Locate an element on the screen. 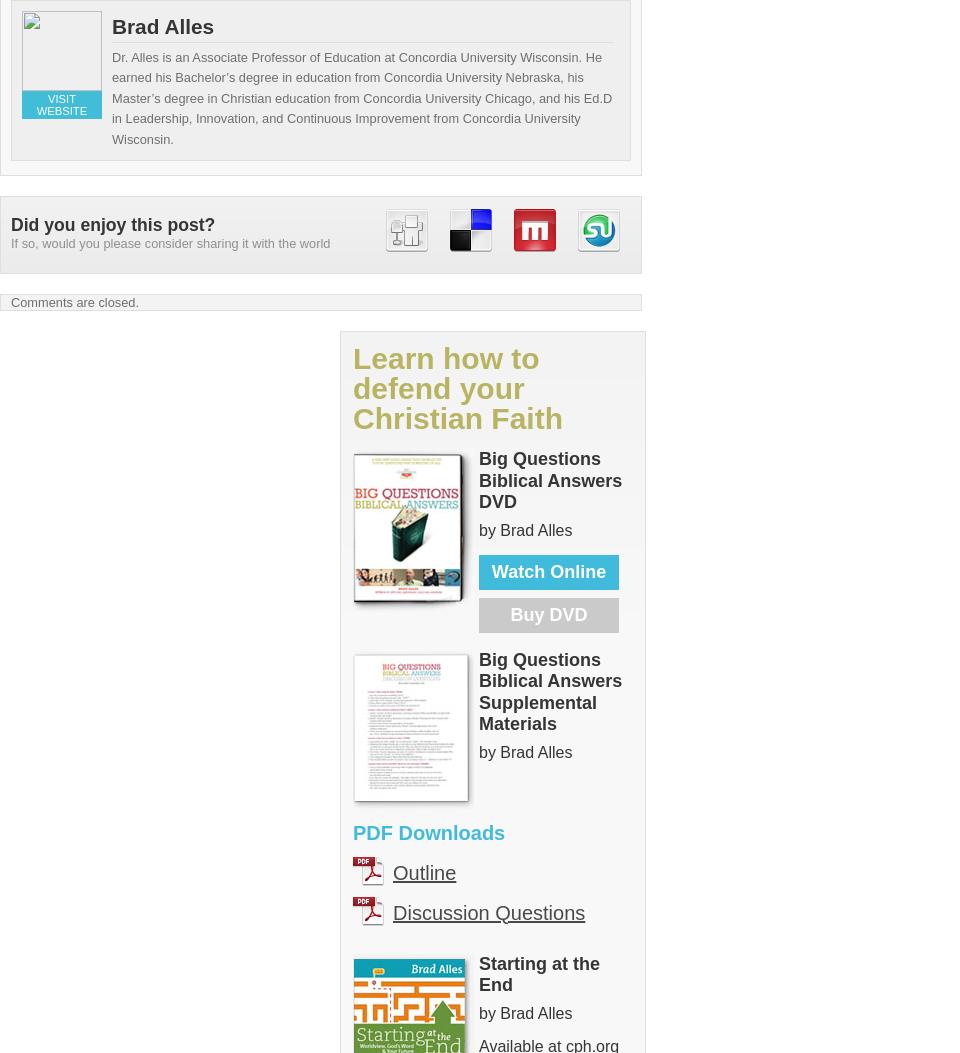 The image size is (960, 1053). 'If so, would you please consider sharing it with the world' is located at coordinates (10, 242).